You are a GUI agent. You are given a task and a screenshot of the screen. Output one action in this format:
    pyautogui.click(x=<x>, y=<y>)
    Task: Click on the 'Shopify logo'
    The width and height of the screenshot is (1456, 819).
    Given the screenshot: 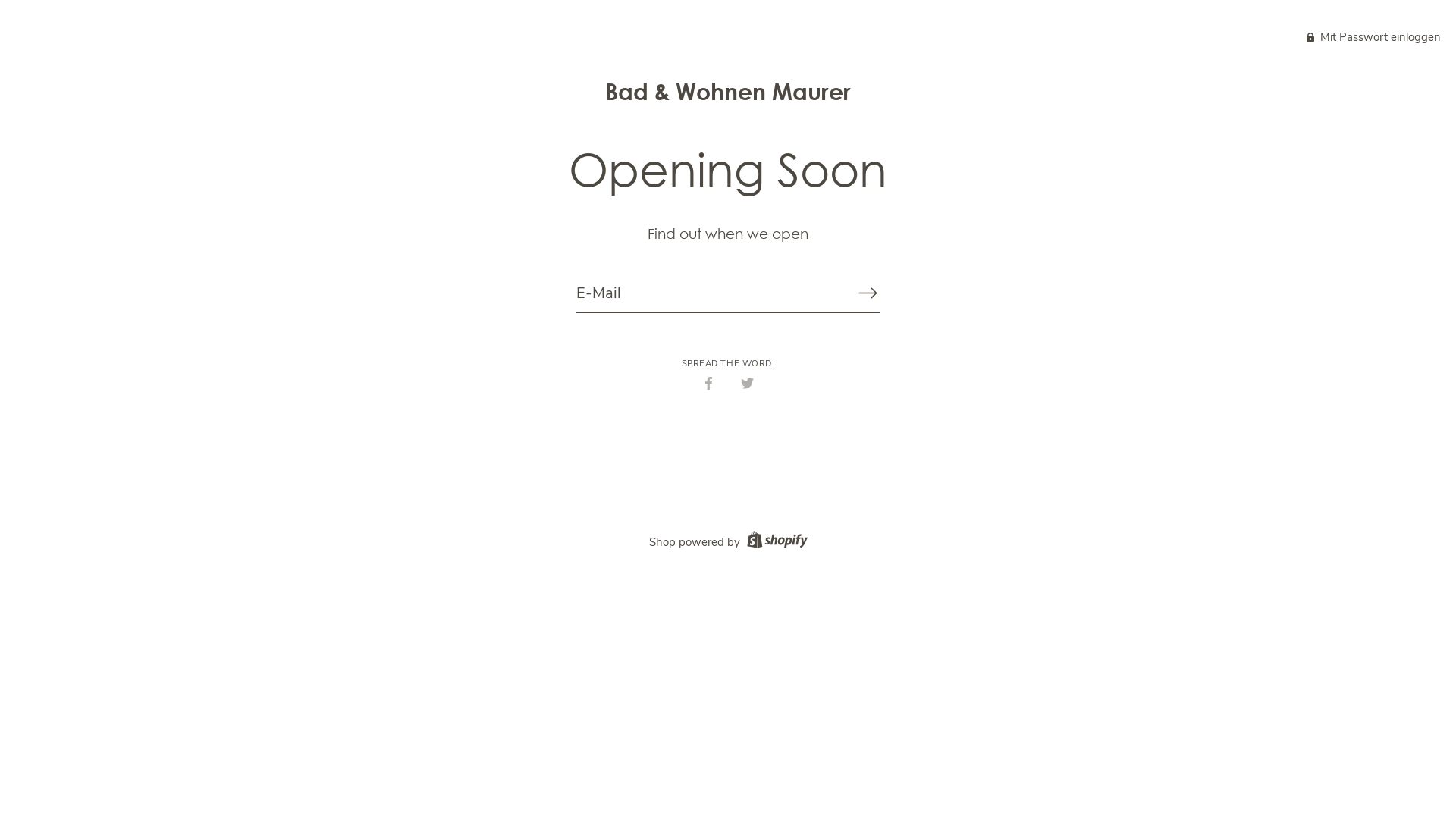 What is the action you would take?
    pyautogui.click(x=742, y=541)
    